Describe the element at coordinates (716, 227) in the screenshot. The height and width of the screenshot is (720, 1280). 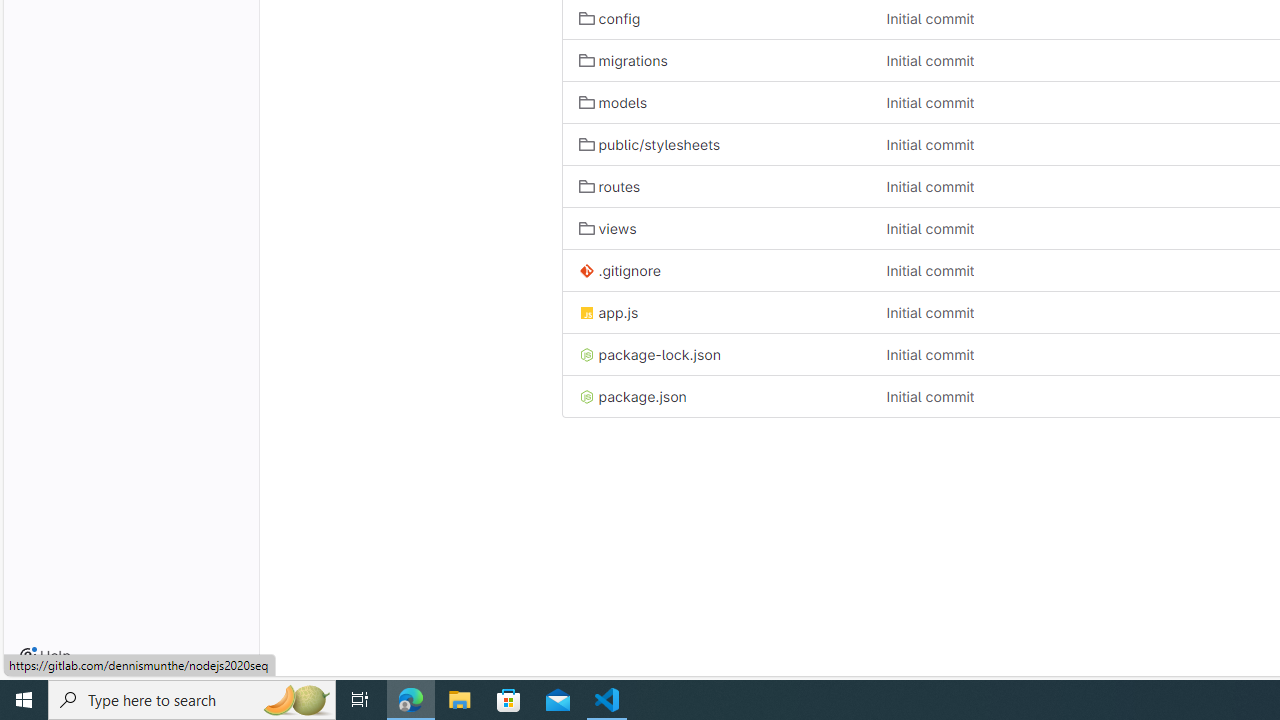
I see `'views'` at that location.